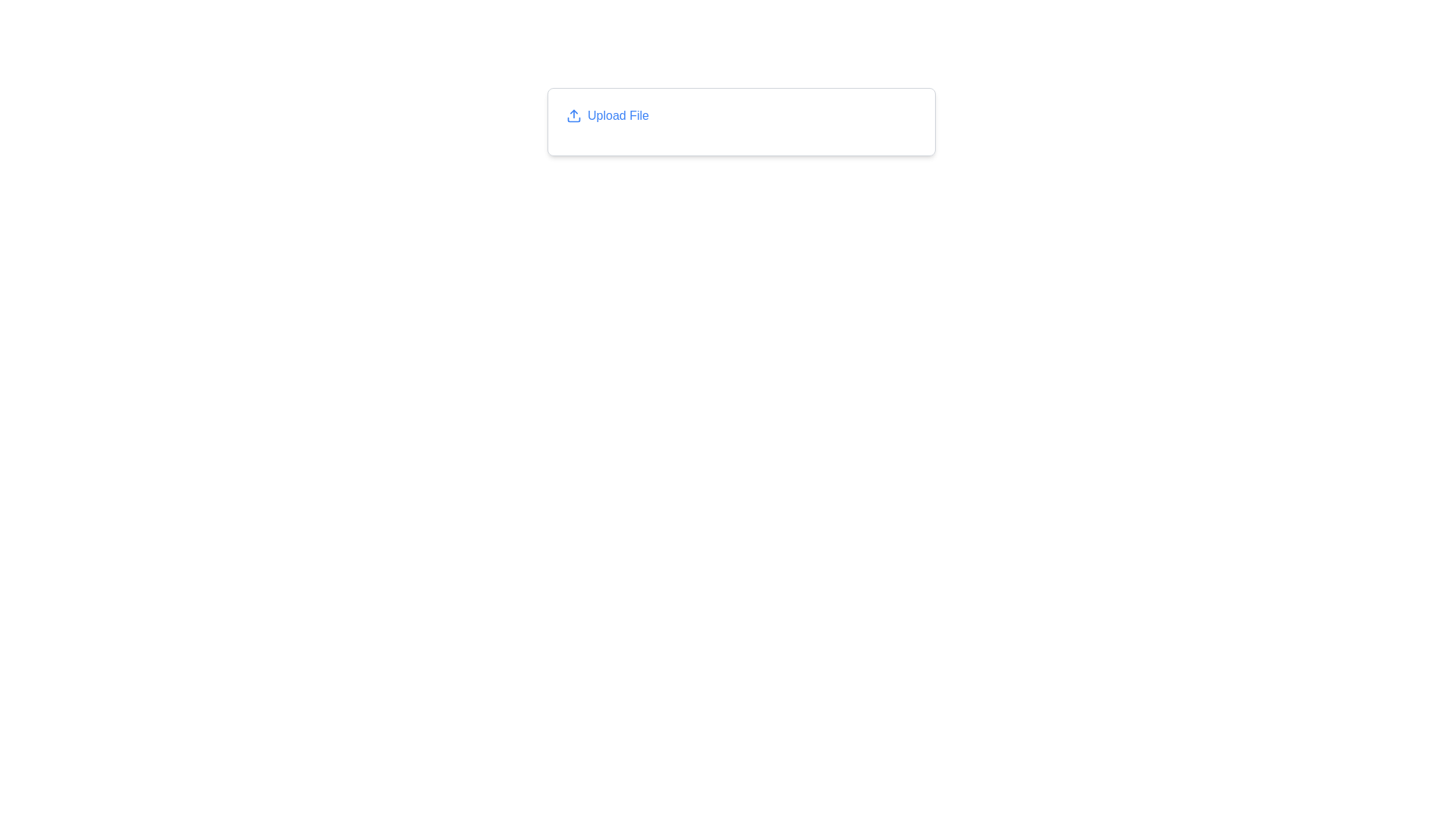  What do you see at coordinates (618, 115) in the screenshot?
I see `the clickable text link that triggers file uploads` at bounding box center [618, 115].